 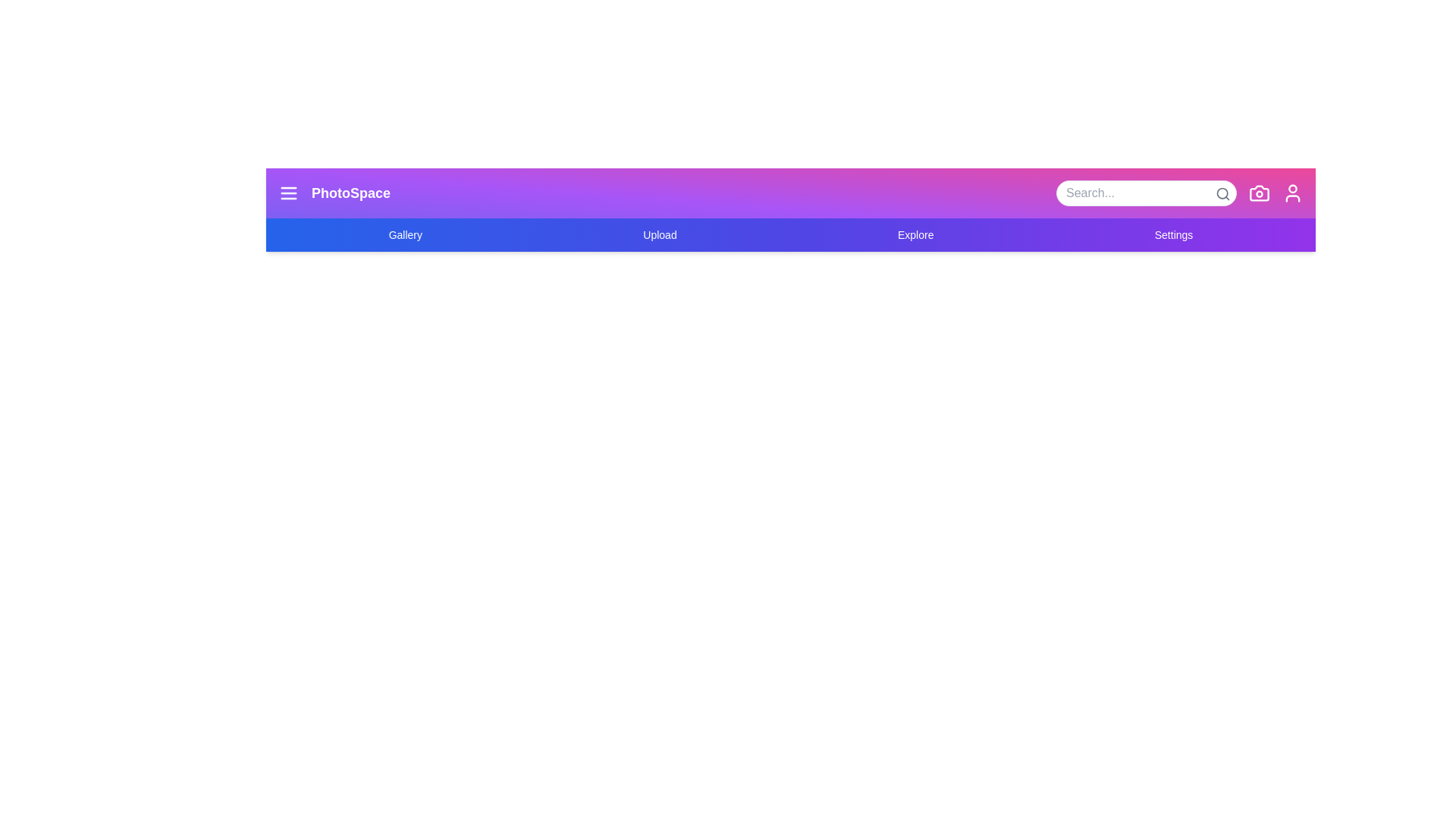 I want to click on the navigation link Gallery, so click(x=404, y=234).